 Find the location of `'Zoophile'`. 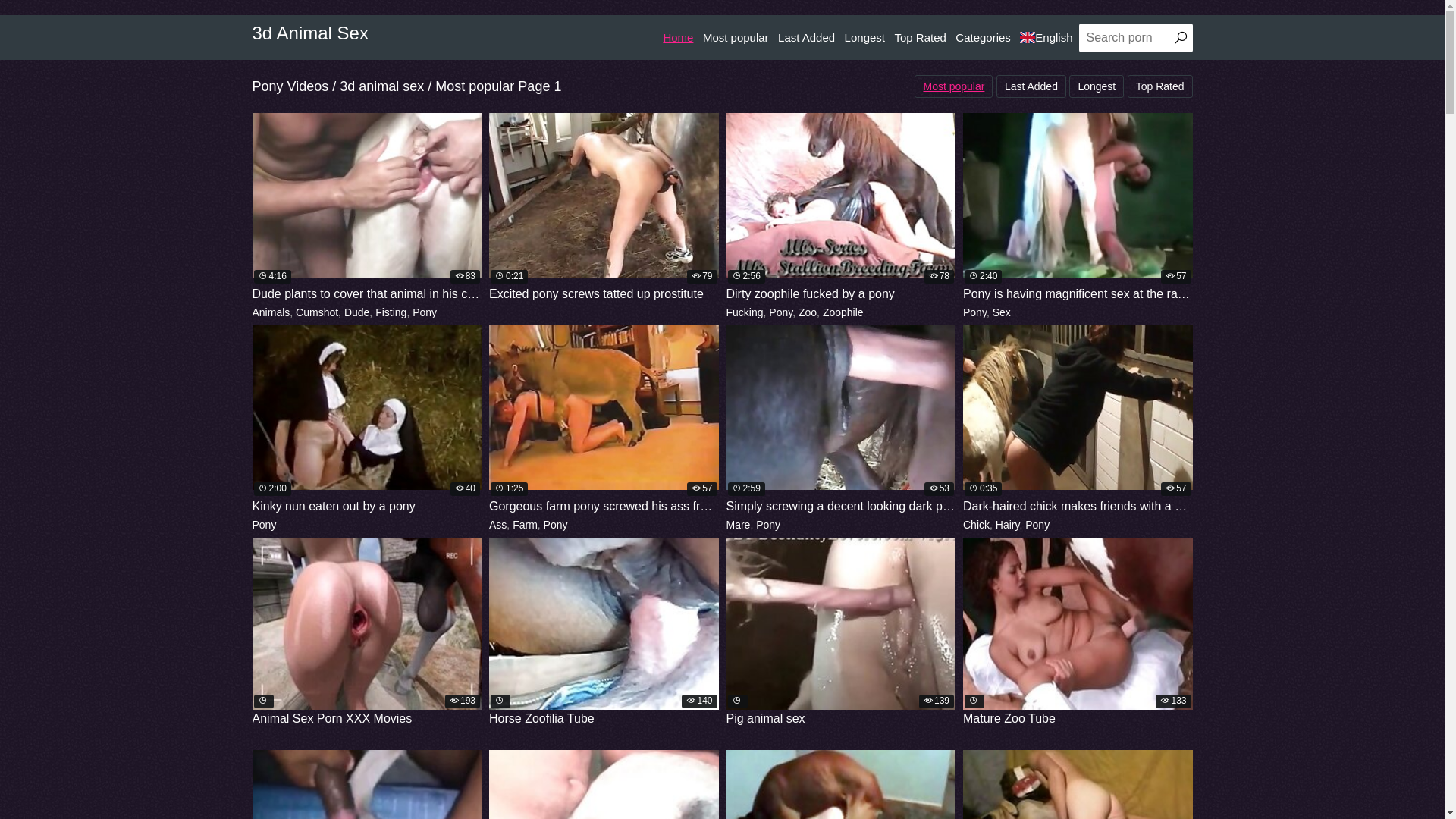

'Zoophile' is located at coordinates (843, 312).